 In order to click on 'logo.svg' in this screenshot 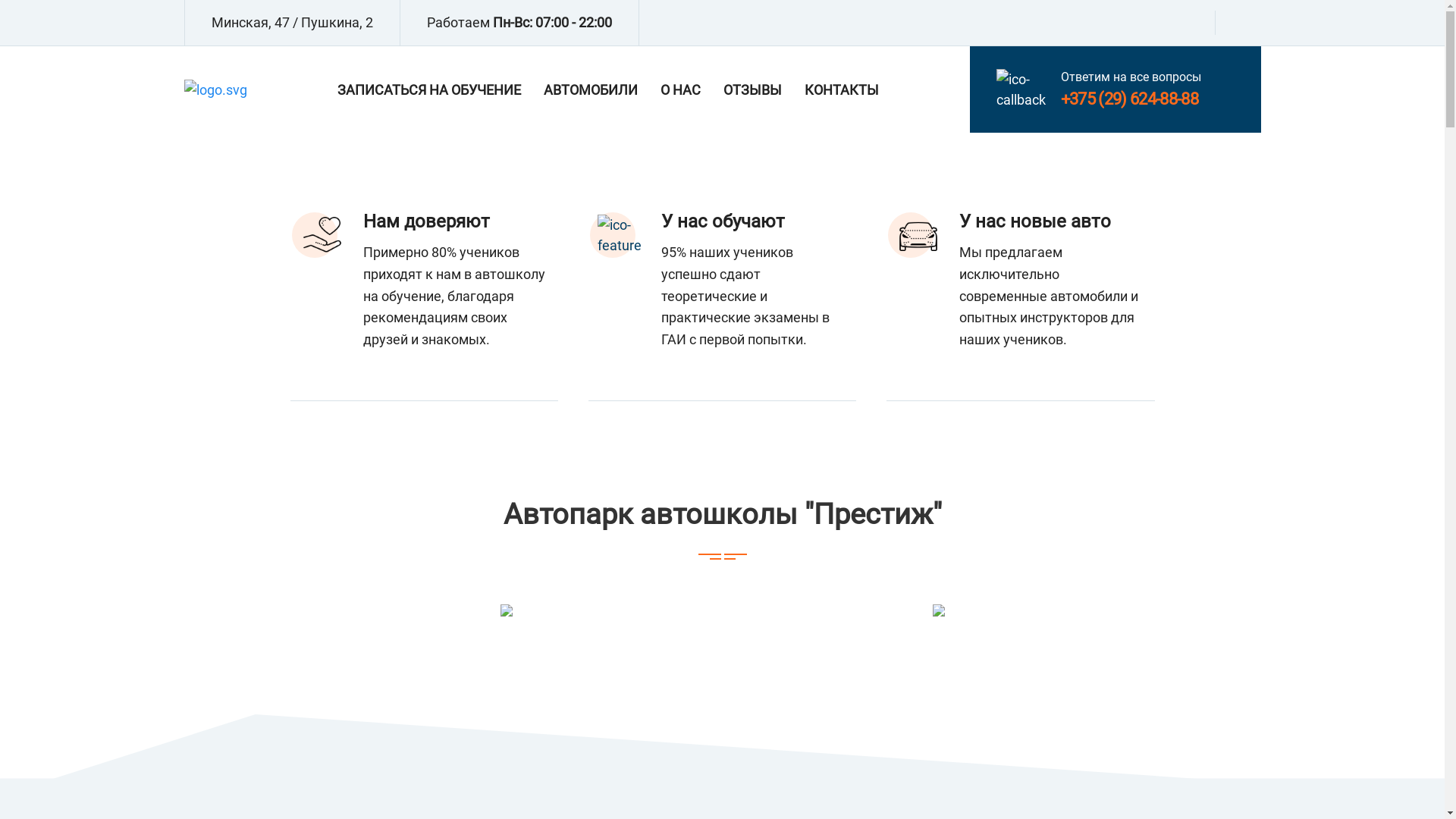, I will do `click(214, 89)`.